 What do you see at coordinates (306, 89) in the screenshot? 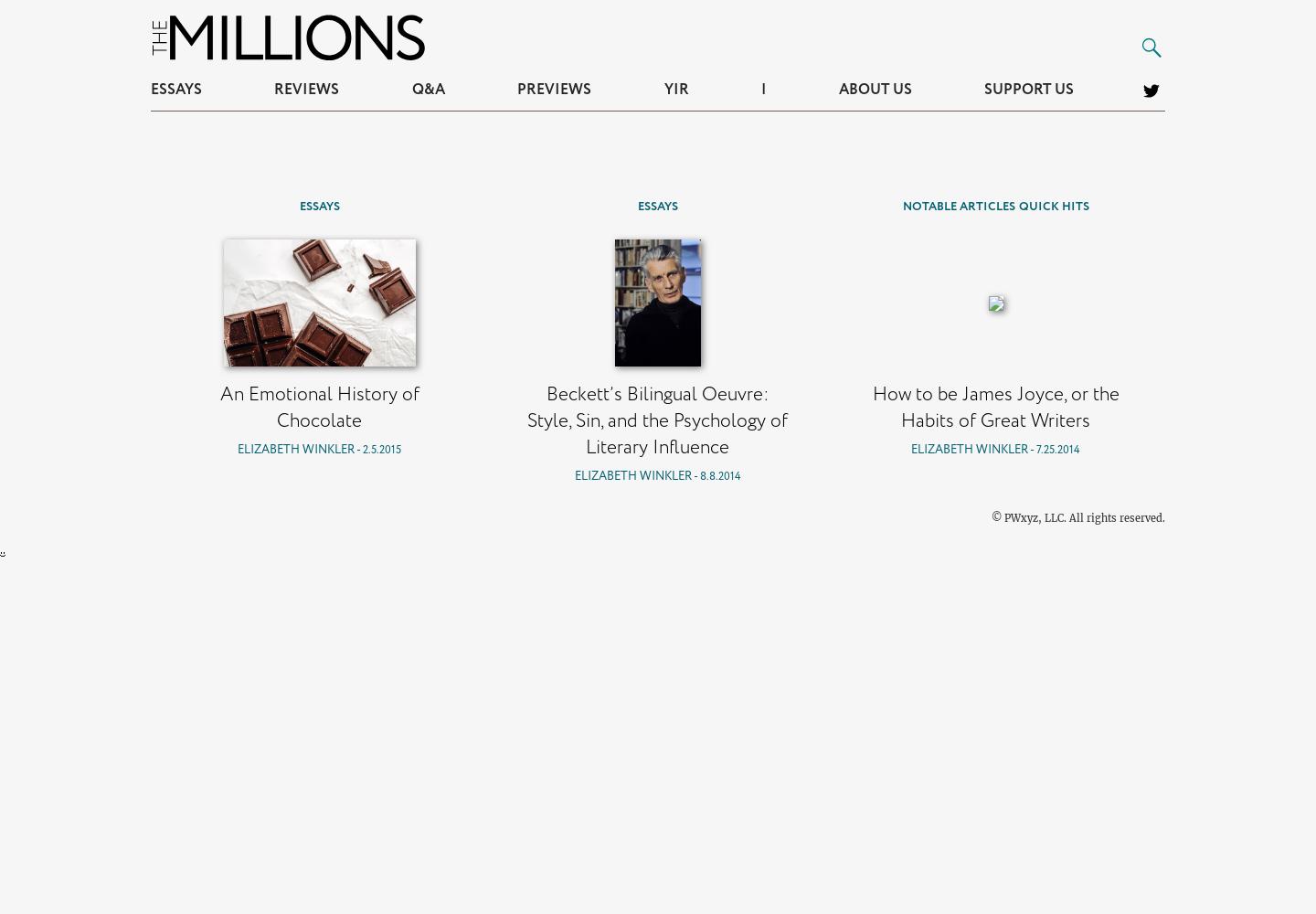
I see `'Reviews'` at bounding box center [306, 89].